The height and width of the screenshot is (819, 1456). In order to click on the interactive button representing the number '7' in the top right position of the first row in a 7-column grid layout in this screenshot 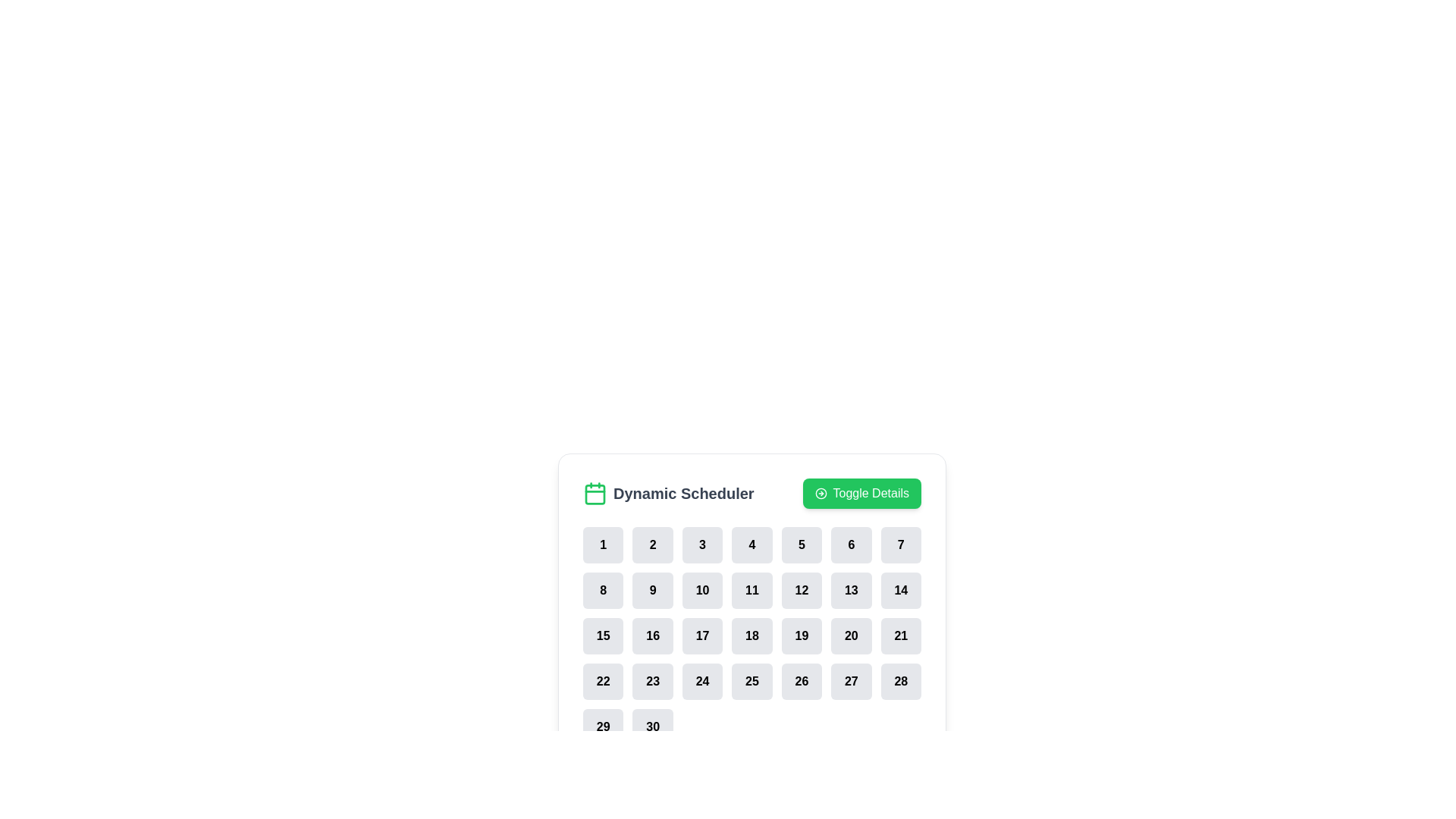, I will do `click(901, 544)`.